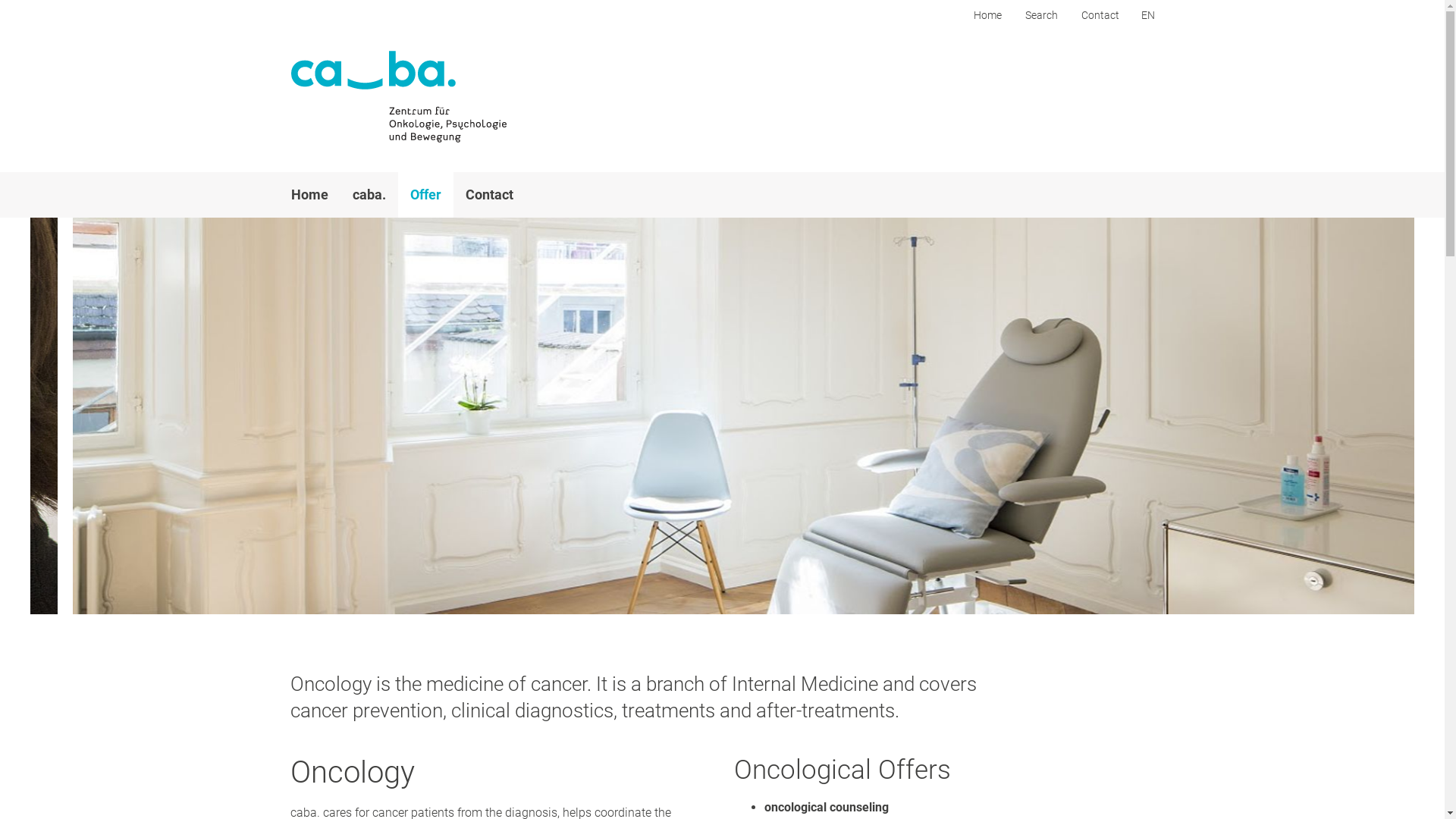 Image resolution: width=1456 pixels, height=819 pixels. What do you see at coordinates (1039, 14) in the screenshot?
I see `' Search'` at bounding box center [1039, 14].